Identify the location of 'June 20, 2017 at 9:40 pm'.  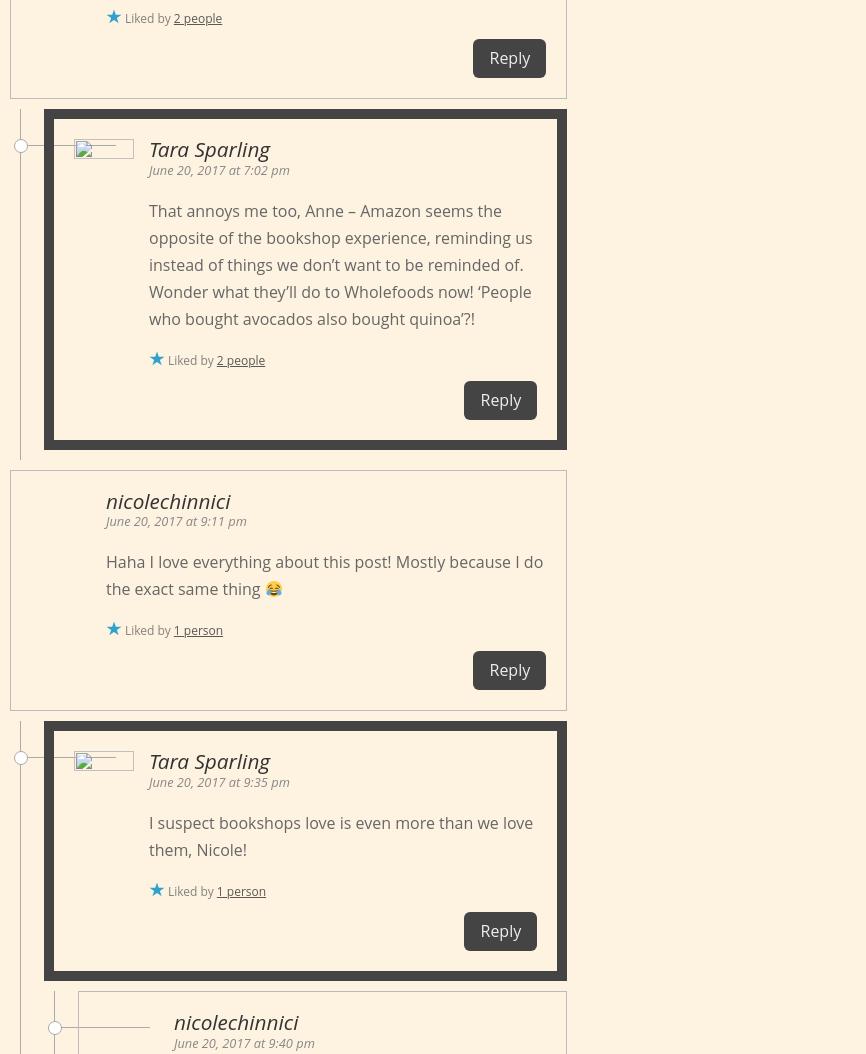
(243, 1040).